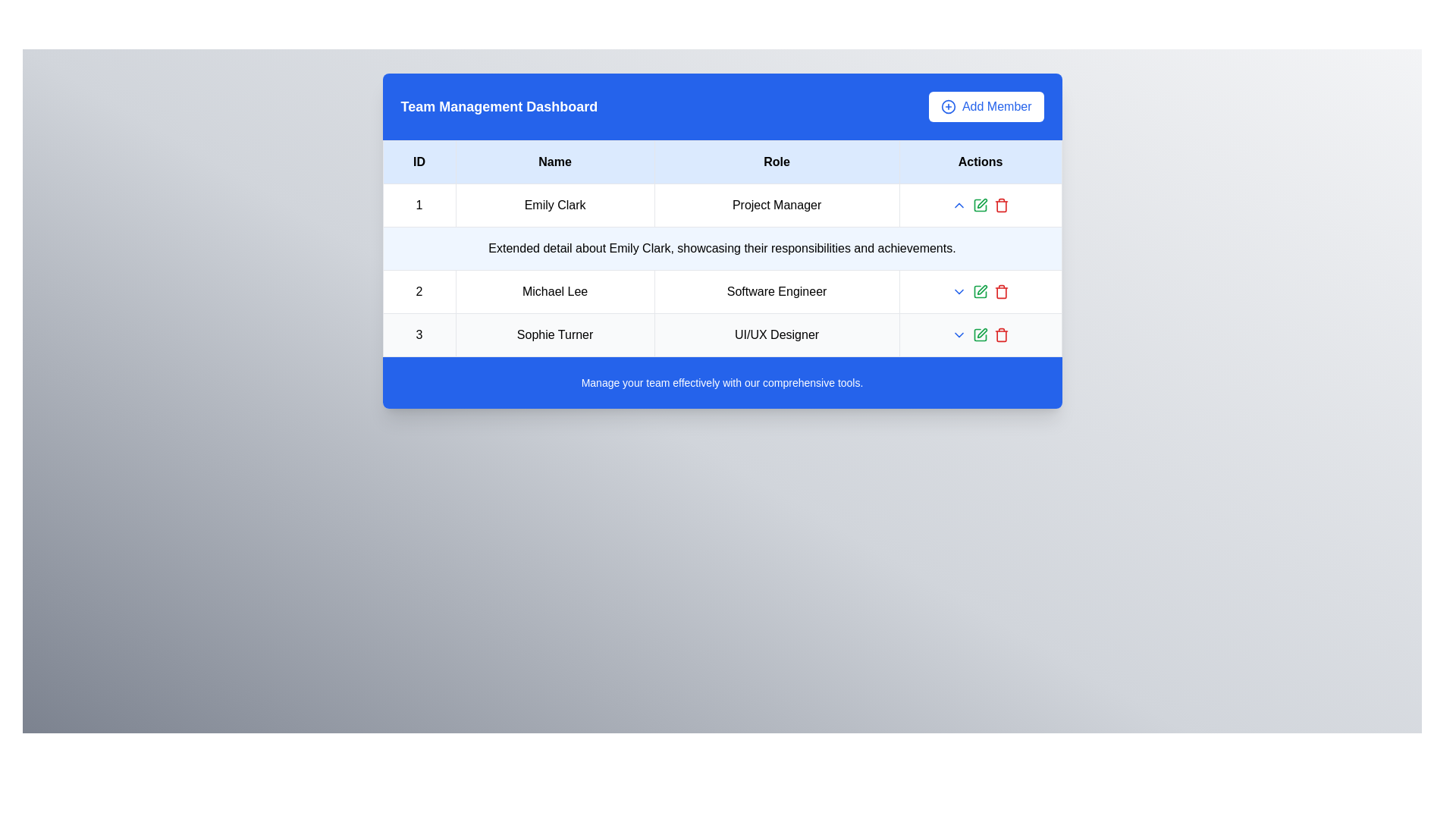 Image resolution: width=1456 pixels, height=819 pixels. What do you see at coordinates (981, 334) in the screenshot?
I see `the edit button in the 'Actions' column of the third row for 'Sophie Turner', which triggers the hover effect` at bounding box center [981, 334].